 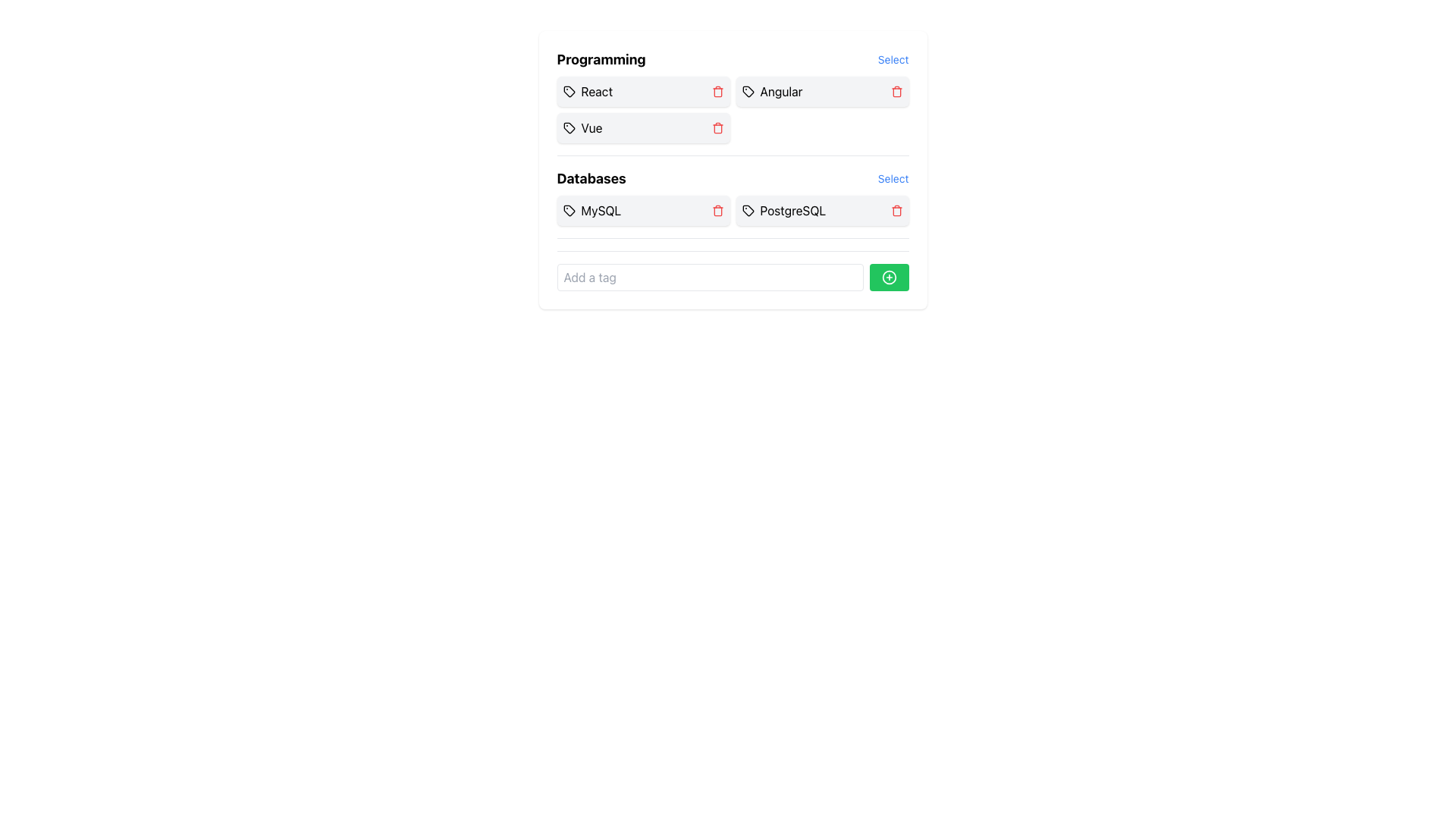 I want to click on the decorative tag icon representing 'Angular', located in the 'Programming' section, directly to the left of the text 'Angular', so click(x=748, y=91).